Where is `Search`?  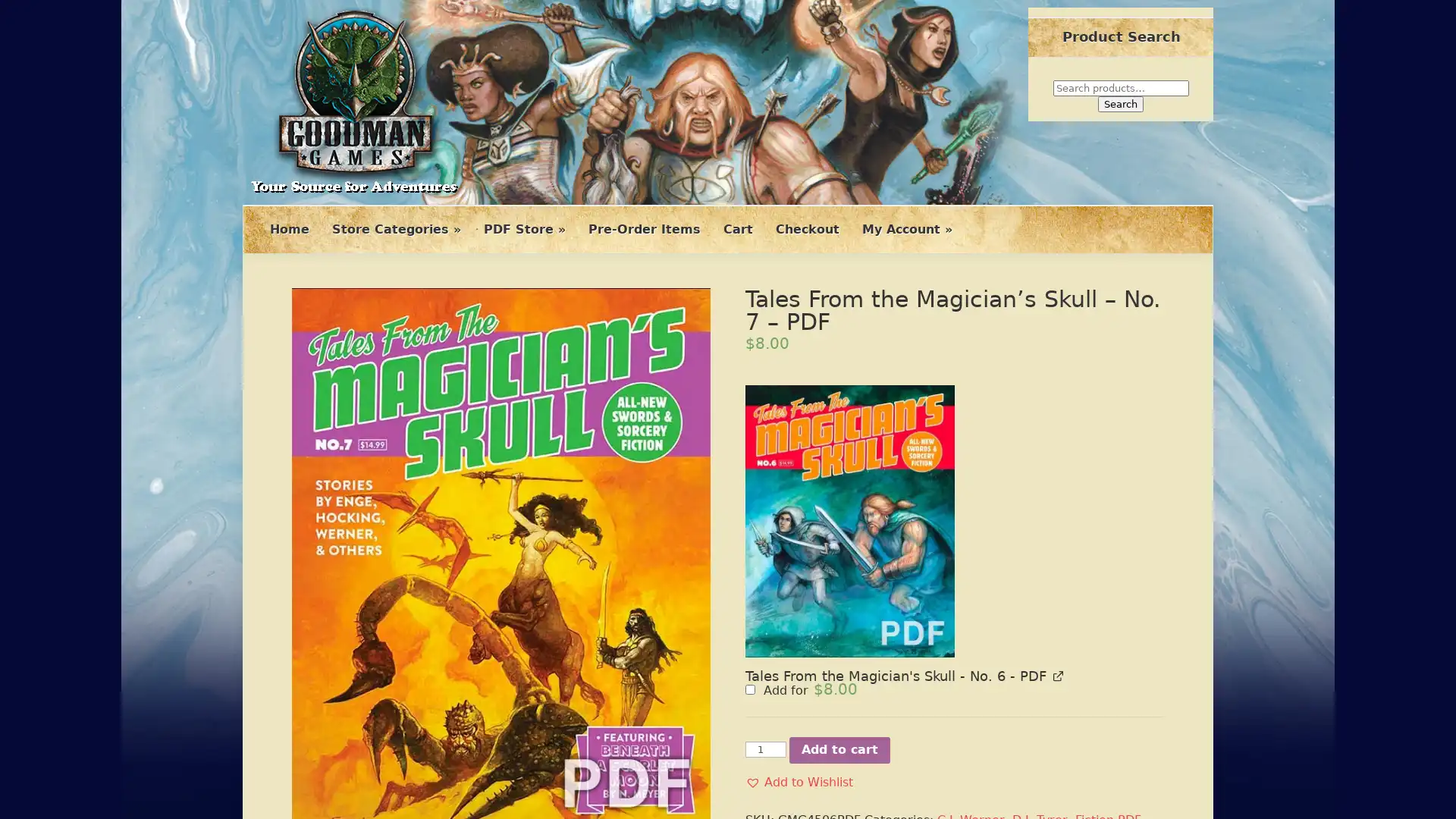
Search is located at coordinates (1121, 103).